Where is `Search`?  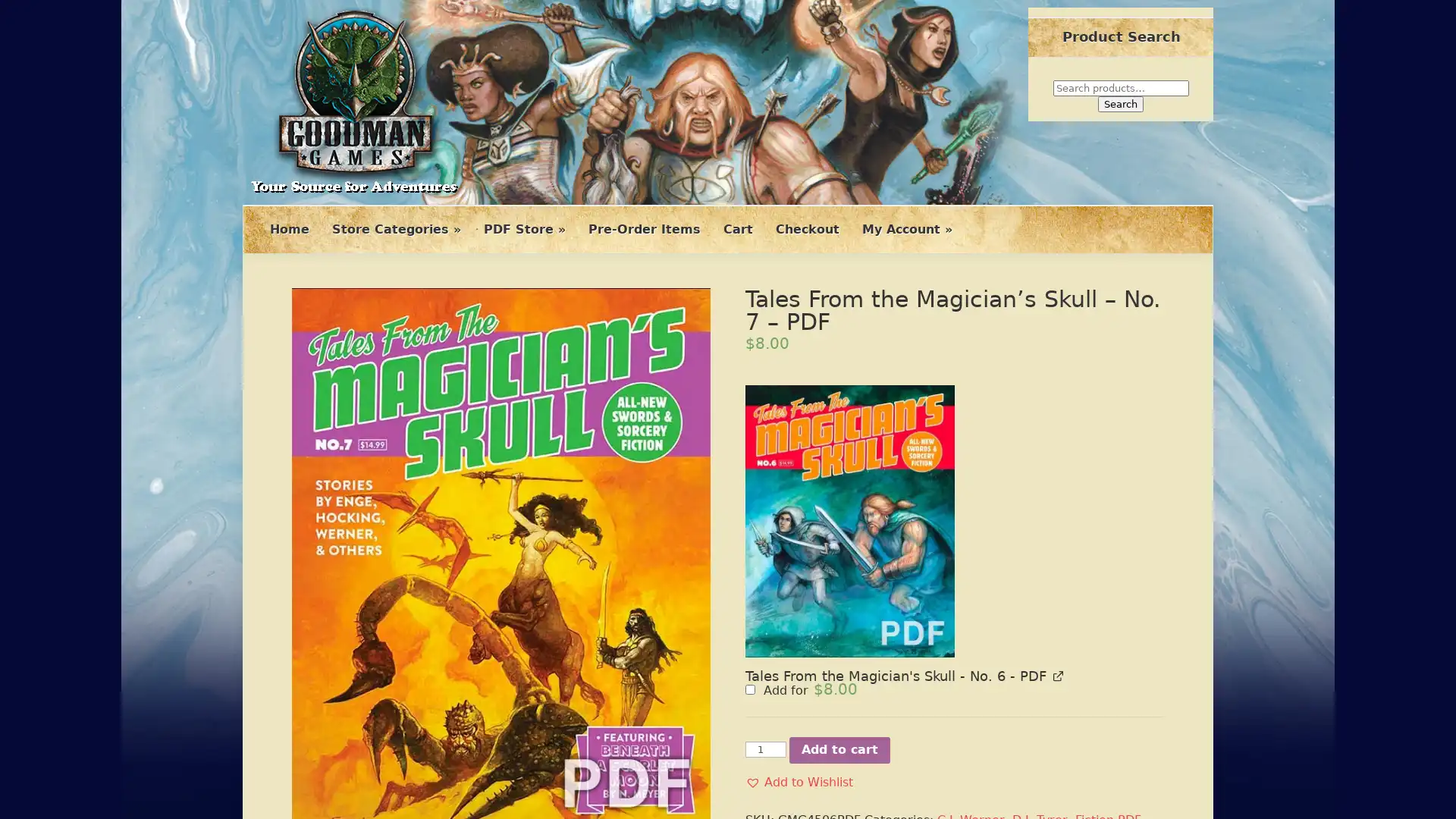
Search is located at coordinates (1121, 103).